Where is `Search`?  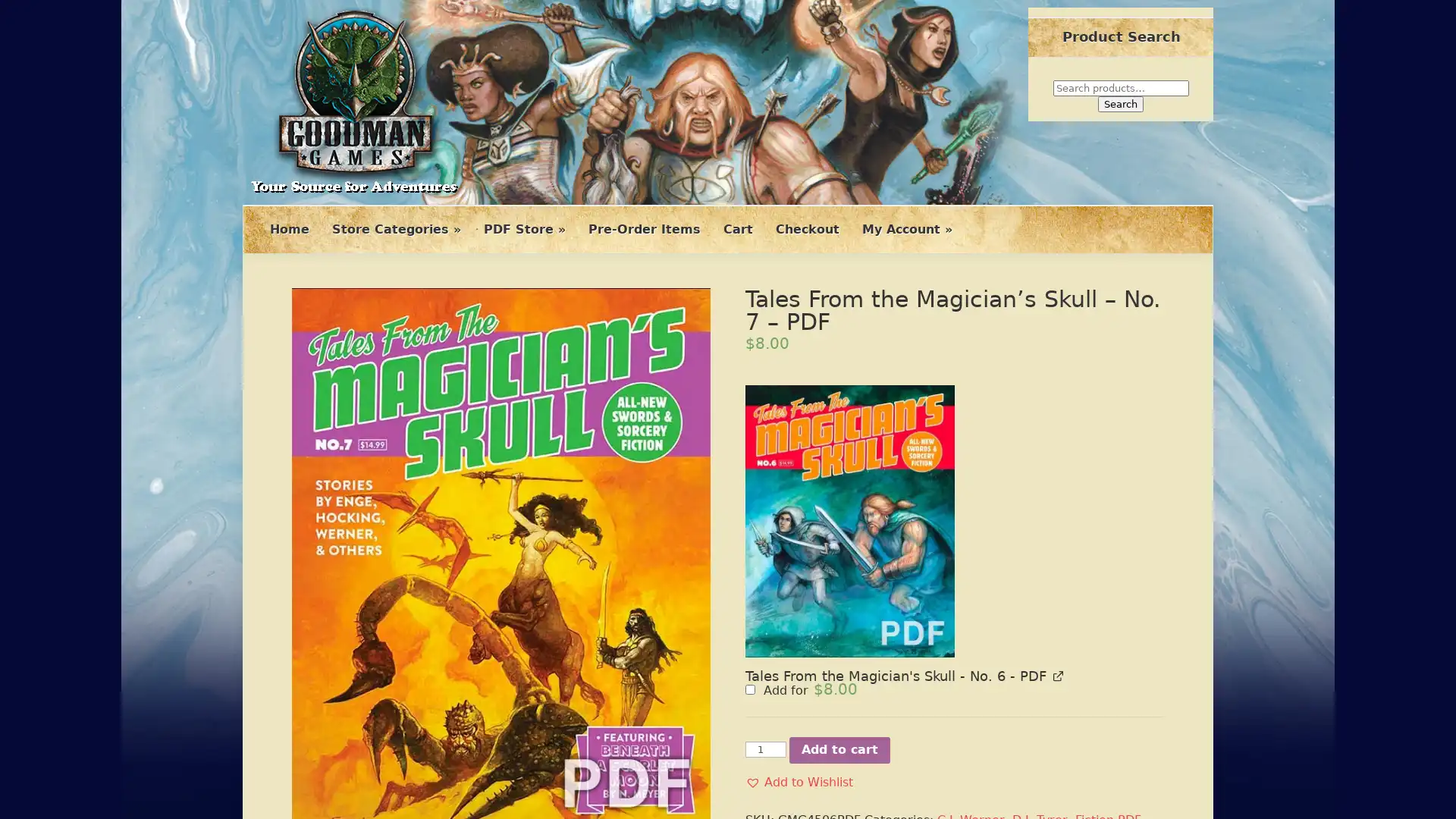
Search is located at coordinates (1121, 103).